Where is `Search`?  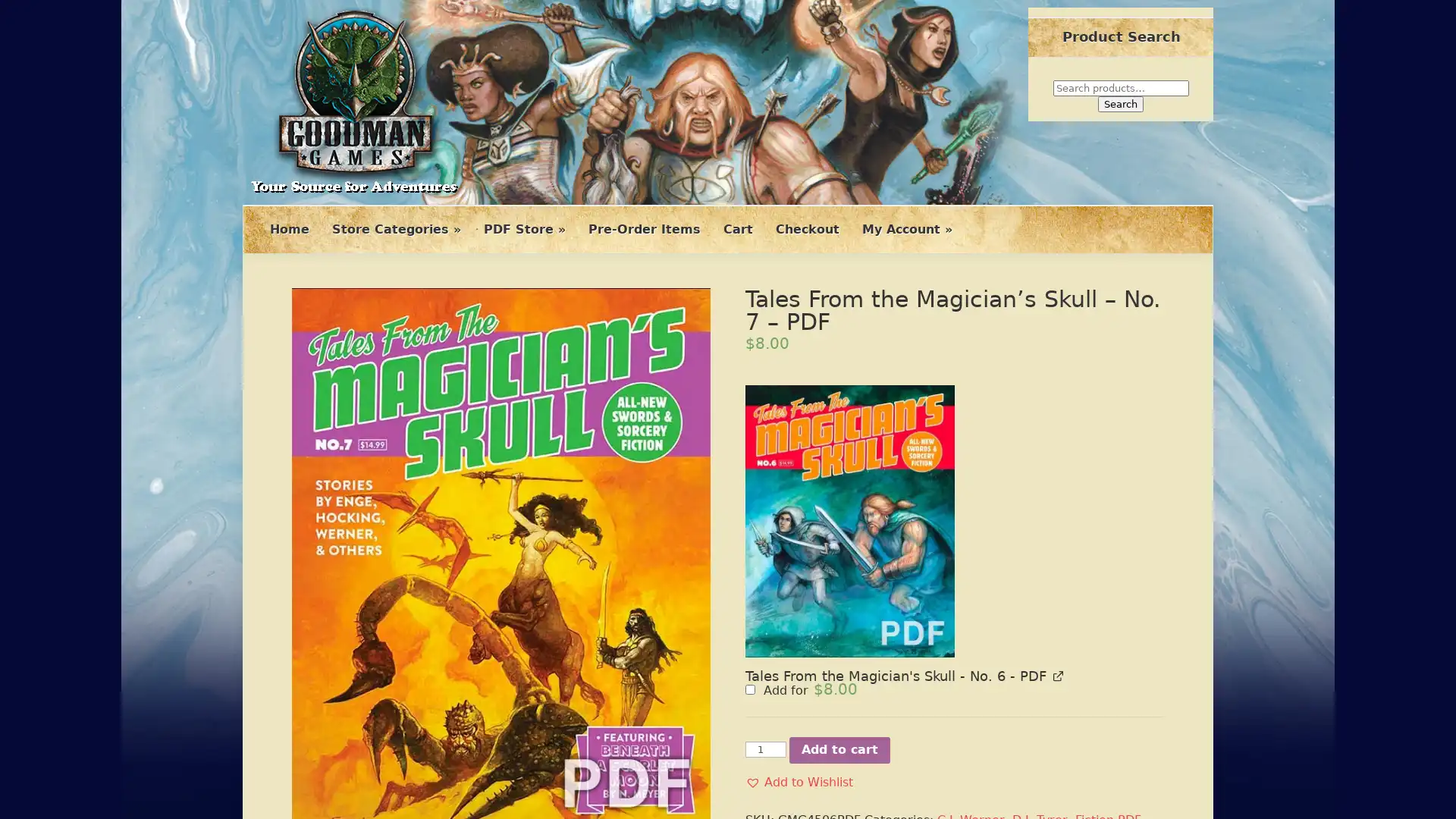
Search is located at coordinates (1121, 103).